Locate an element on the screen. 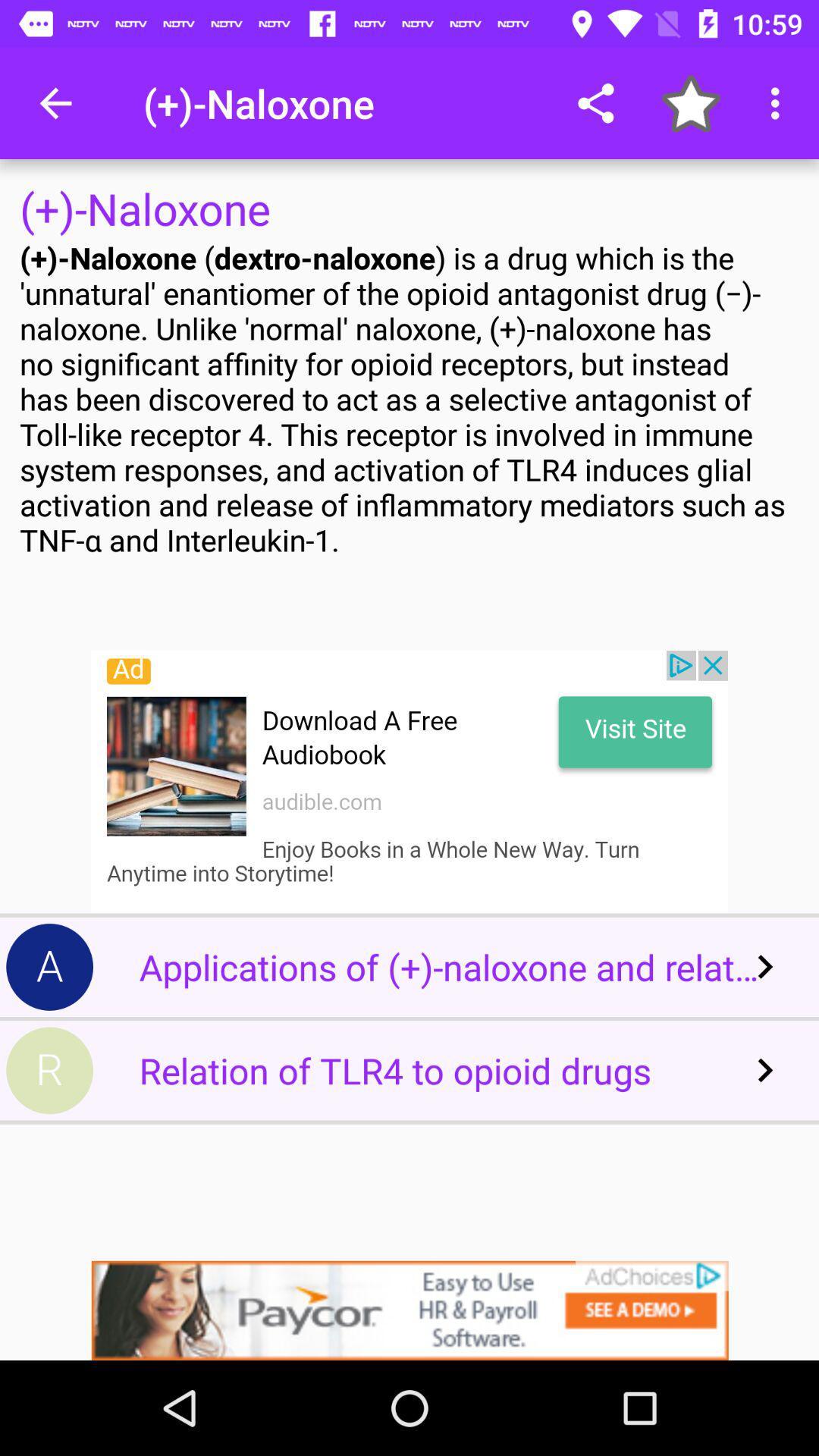 This screenshot has width=819, height=1456. advertisement is located at coordinates (409, 782).